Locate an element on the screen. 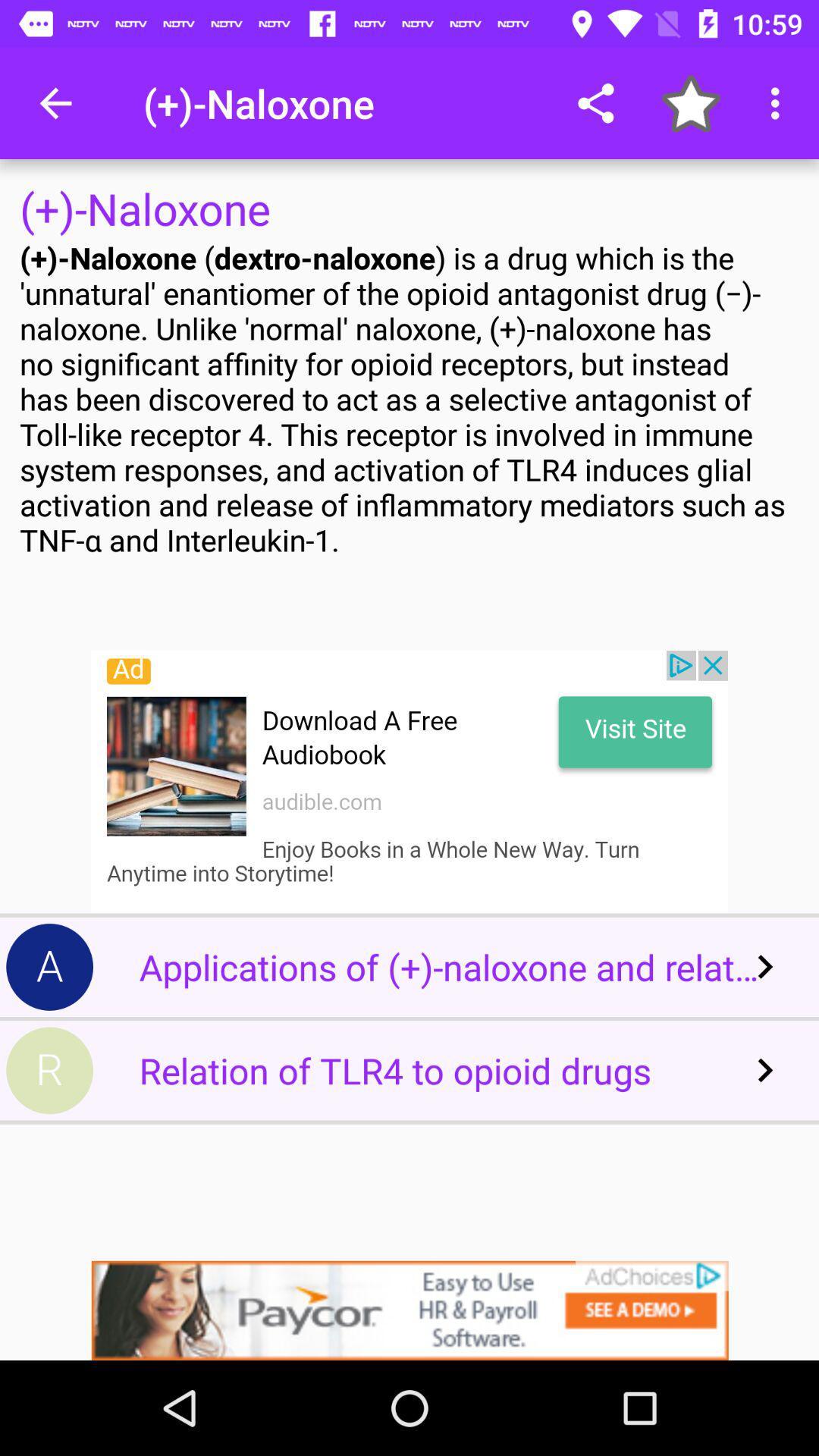 This screenshot has width=819, height=1456. advertisement is located at coordinates (409, 782).